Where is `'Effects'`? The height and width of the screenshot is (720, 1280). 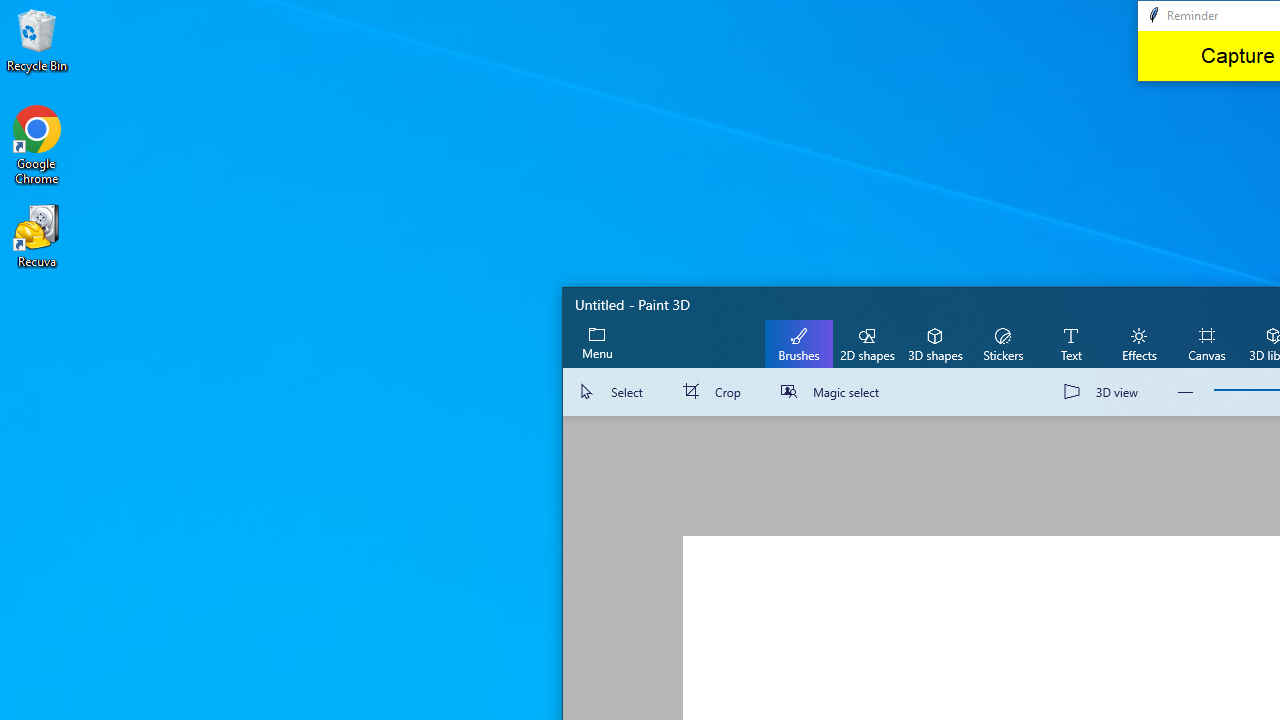 'Effects' is located at coordinates (1138, 342).